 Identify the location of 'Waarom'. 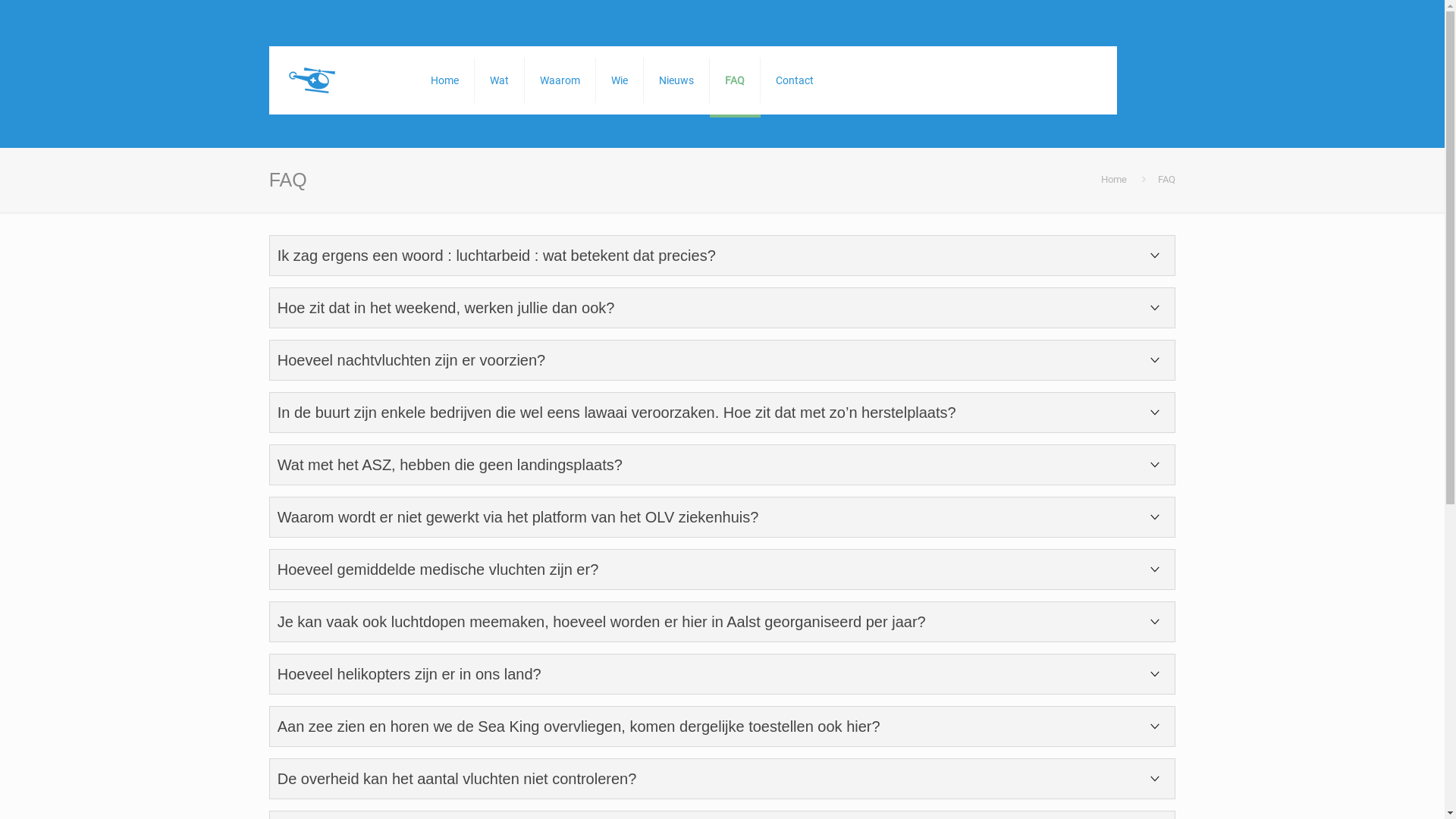
(560, 80).